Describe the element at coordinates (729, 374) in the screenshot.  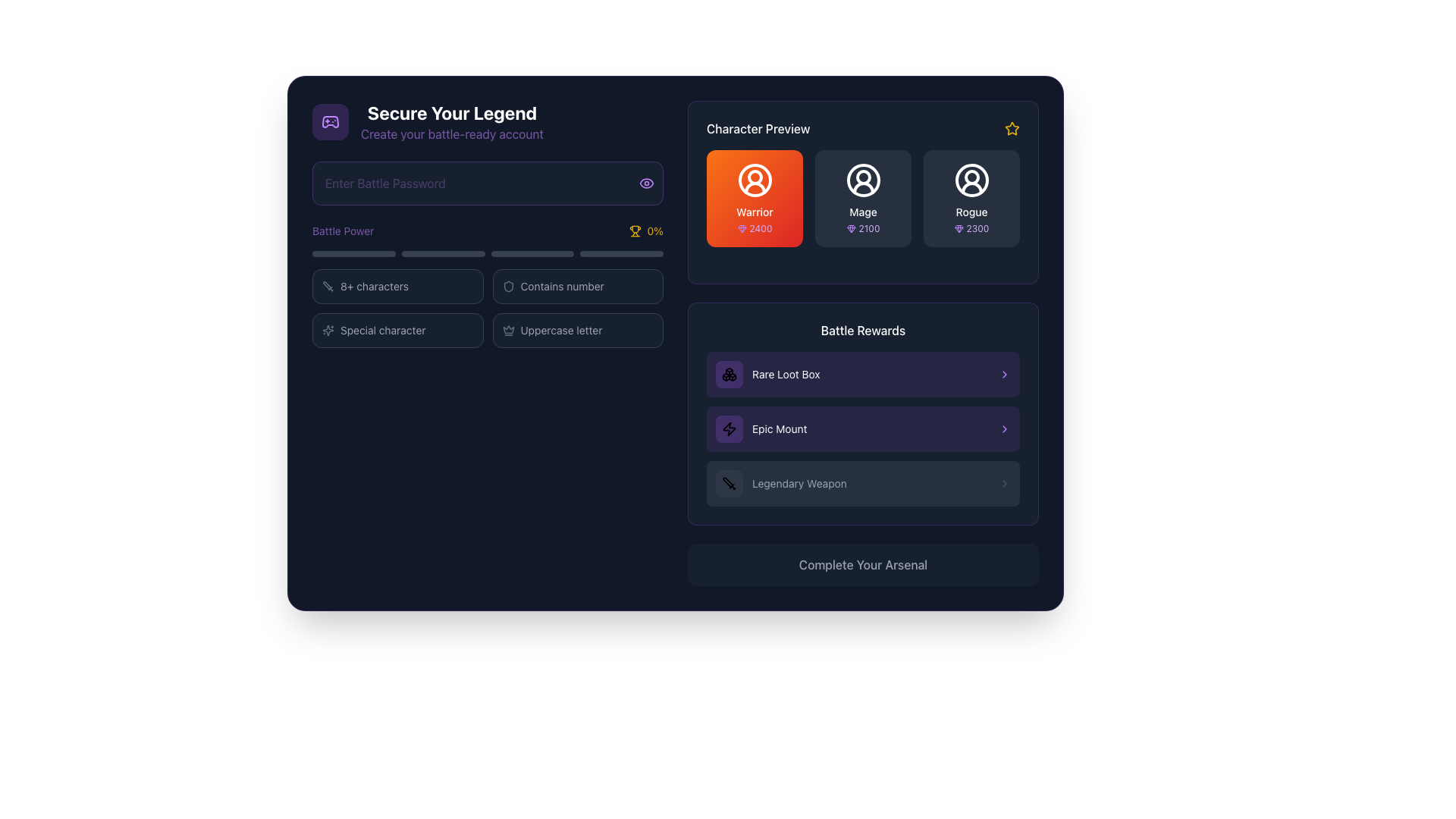
I see `the small square-shaped icon with a light purple background and an SVG illustration of three boxes, located in the upper-left corner of the 'Rare Loot Box' row in the 'Battle Rewards' section` at that location.